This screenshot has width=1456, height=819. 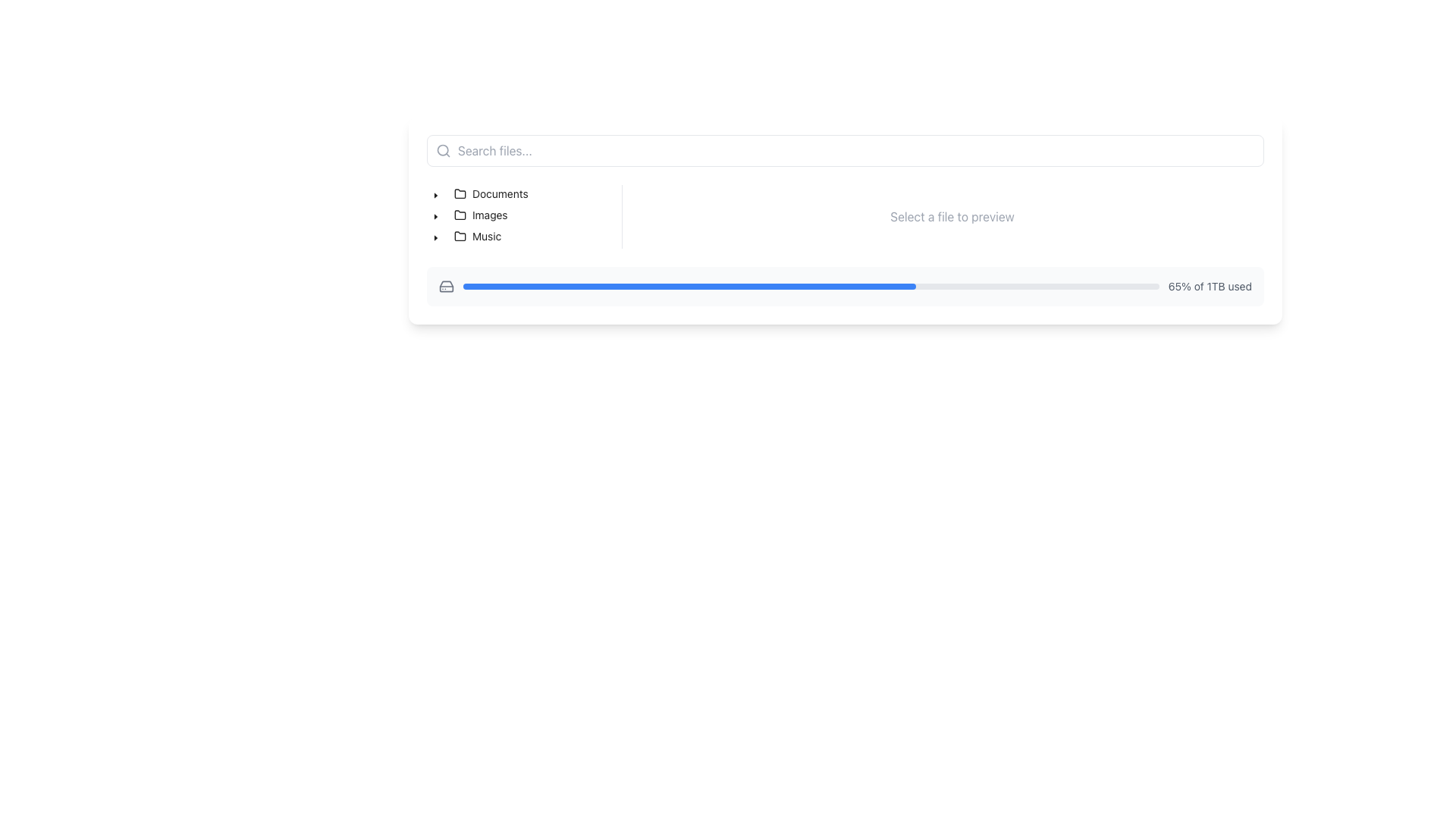 I want to click on the horizontal progress bar that indicates 65% progress, styled in blue, located within a card displaying '65% of 1TB used.', so click(x=811, y=287).